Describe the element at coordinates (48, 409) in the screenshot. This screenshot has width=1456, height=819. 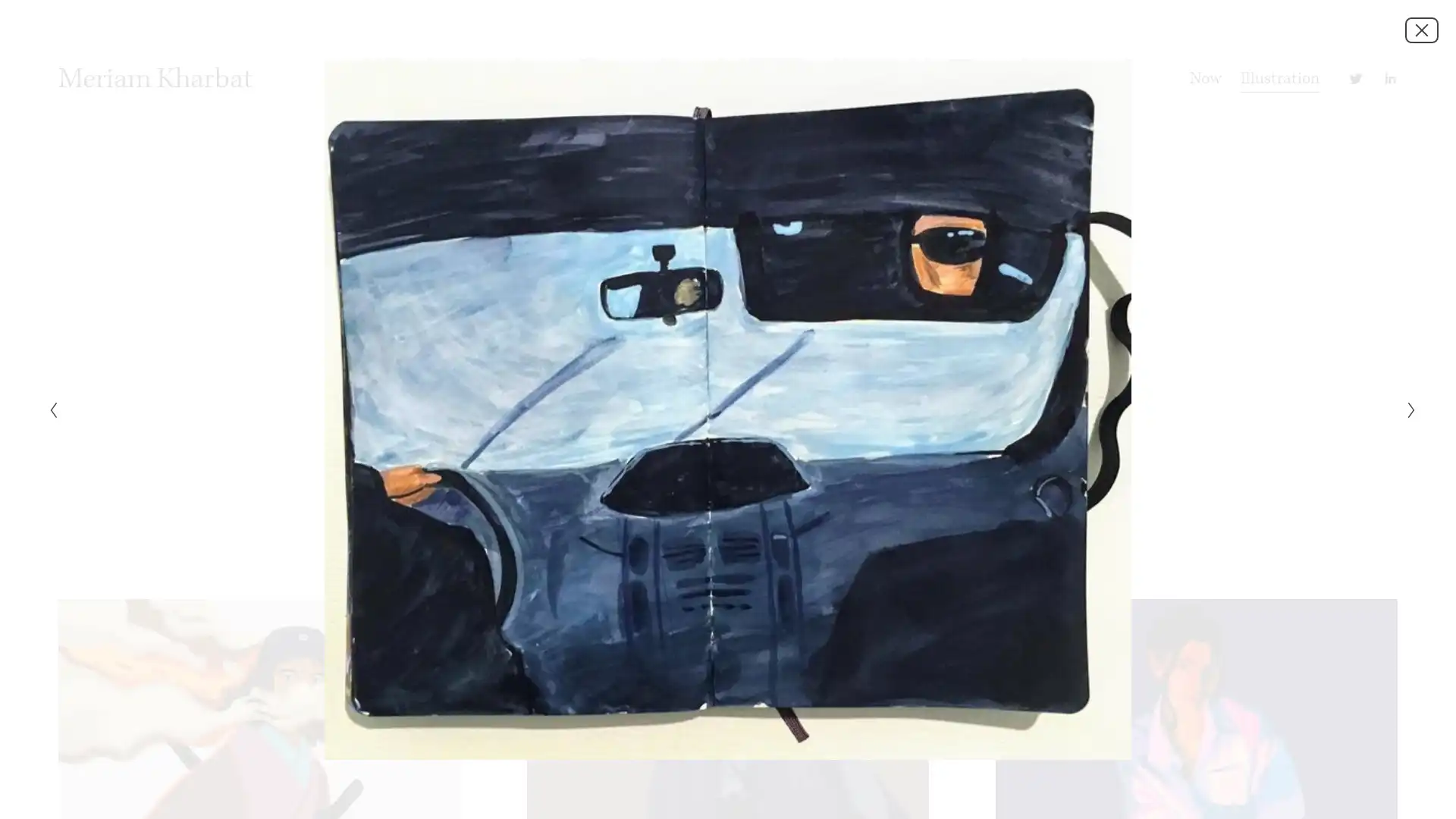
I see `Previous Slide` at that location.